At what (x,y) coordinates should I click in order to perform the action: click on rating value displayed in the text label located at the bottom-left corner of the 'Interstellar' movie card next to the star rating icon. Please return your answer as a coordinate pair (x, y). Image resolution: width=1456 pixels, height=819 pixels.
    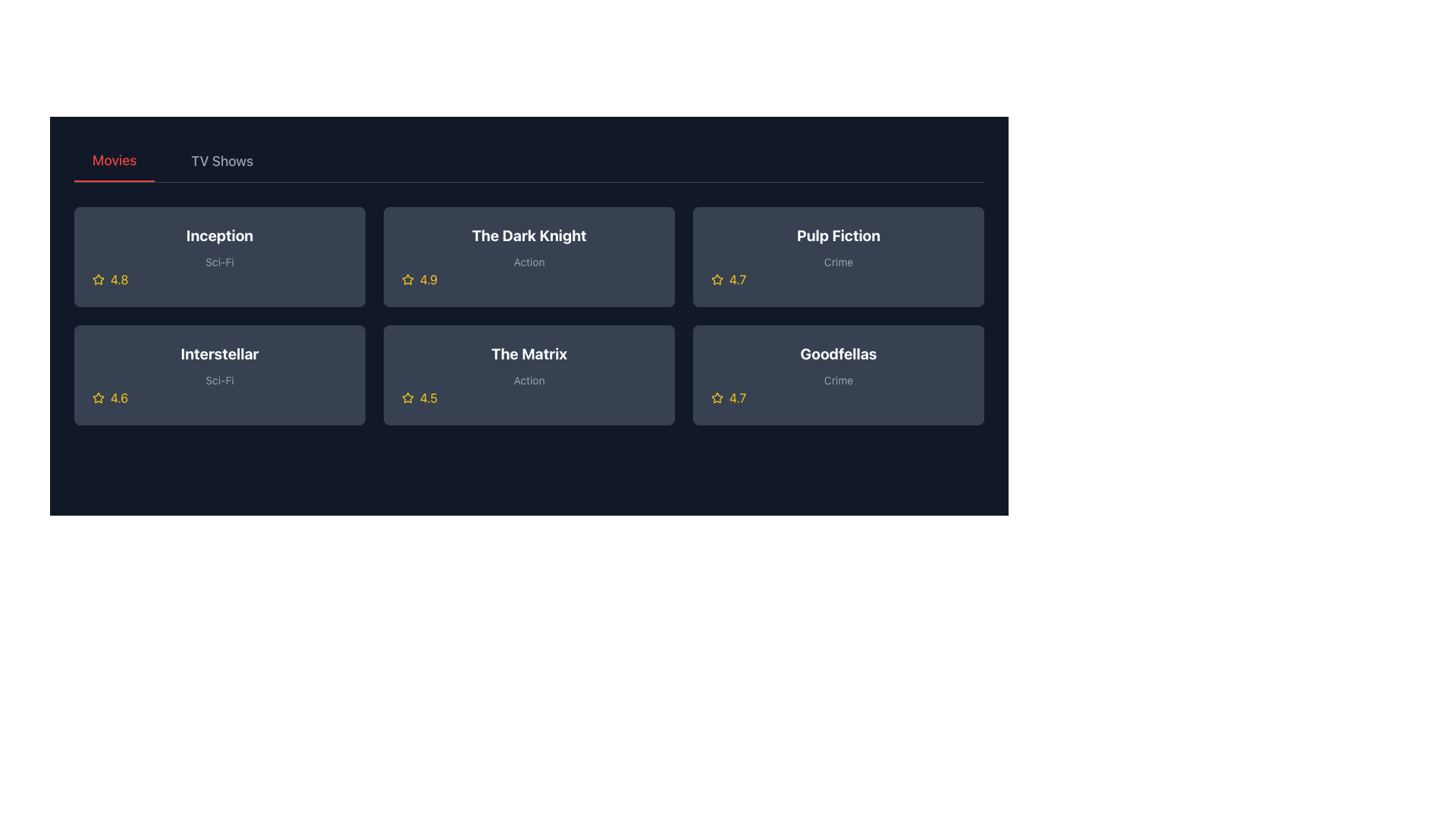
    Looking at the image, I should click on (118, 397).